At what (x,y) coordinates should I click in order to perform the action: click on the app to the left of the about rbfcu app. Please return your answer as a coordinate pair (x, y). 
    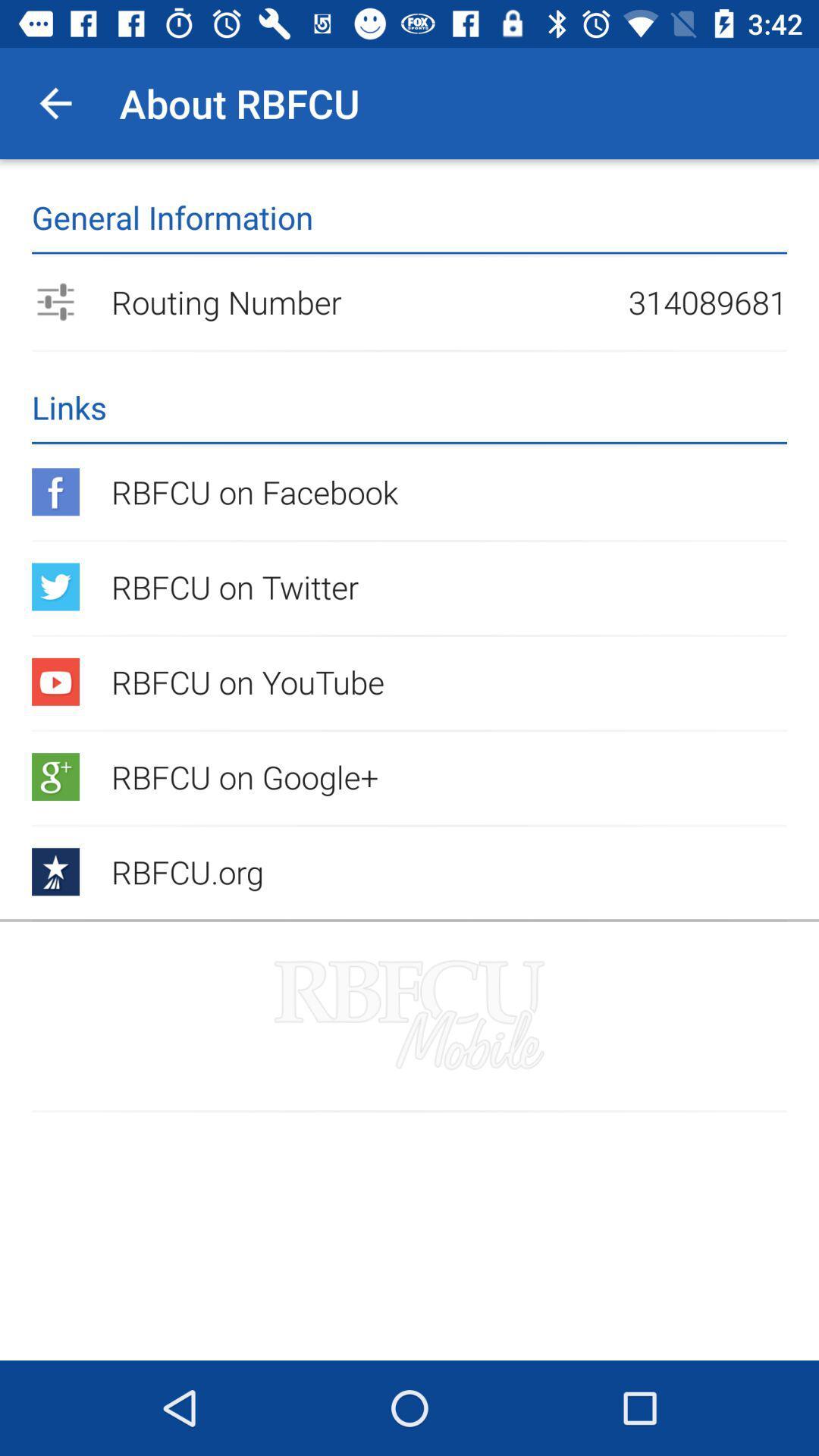
    Looking at the image, I should click on (55, 102).